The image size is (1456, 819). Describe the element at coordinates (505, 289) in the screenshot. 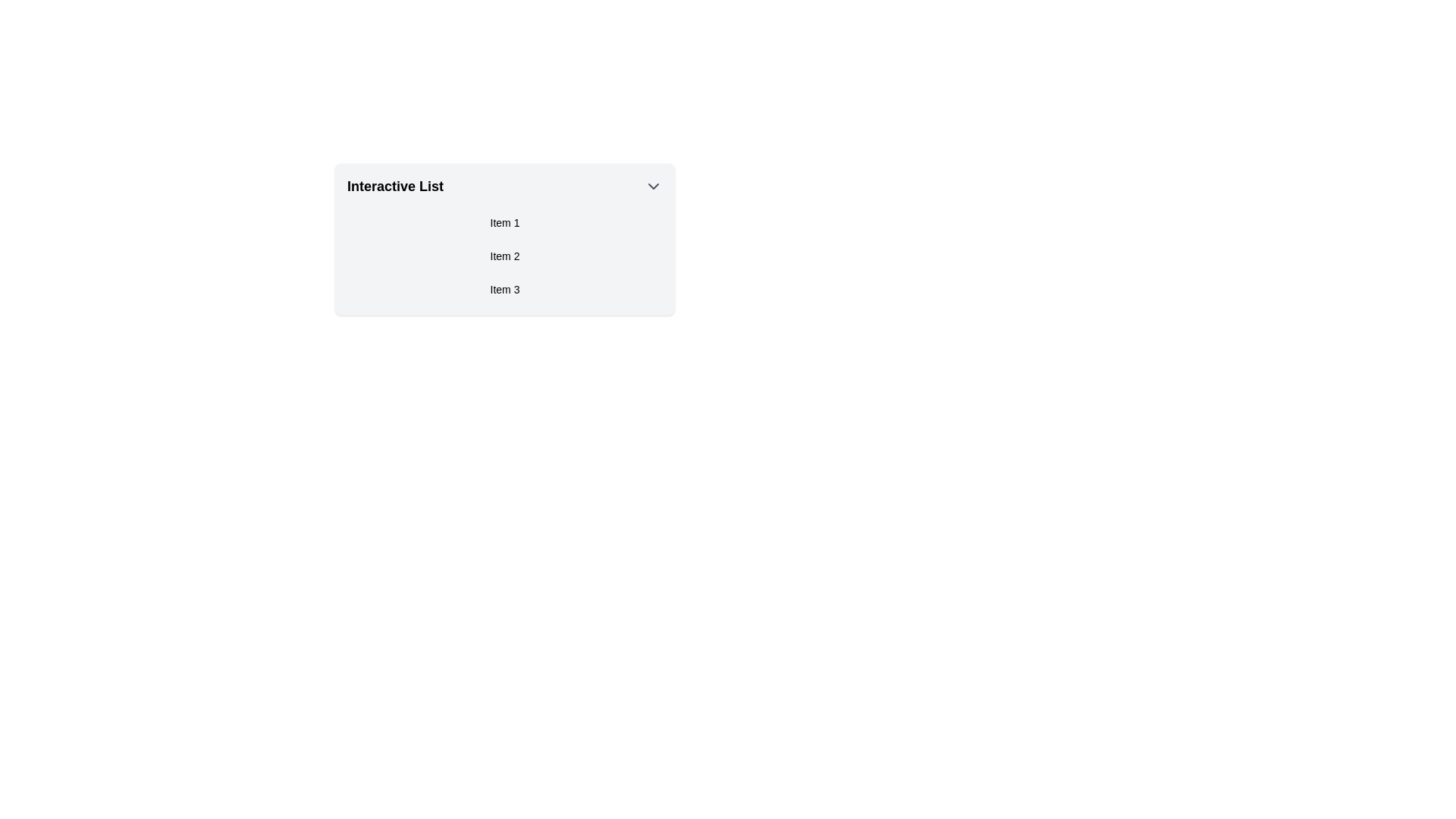

I see `the third item in the 'Interactive List', which is a Text Label representing a selectable option` at that location.